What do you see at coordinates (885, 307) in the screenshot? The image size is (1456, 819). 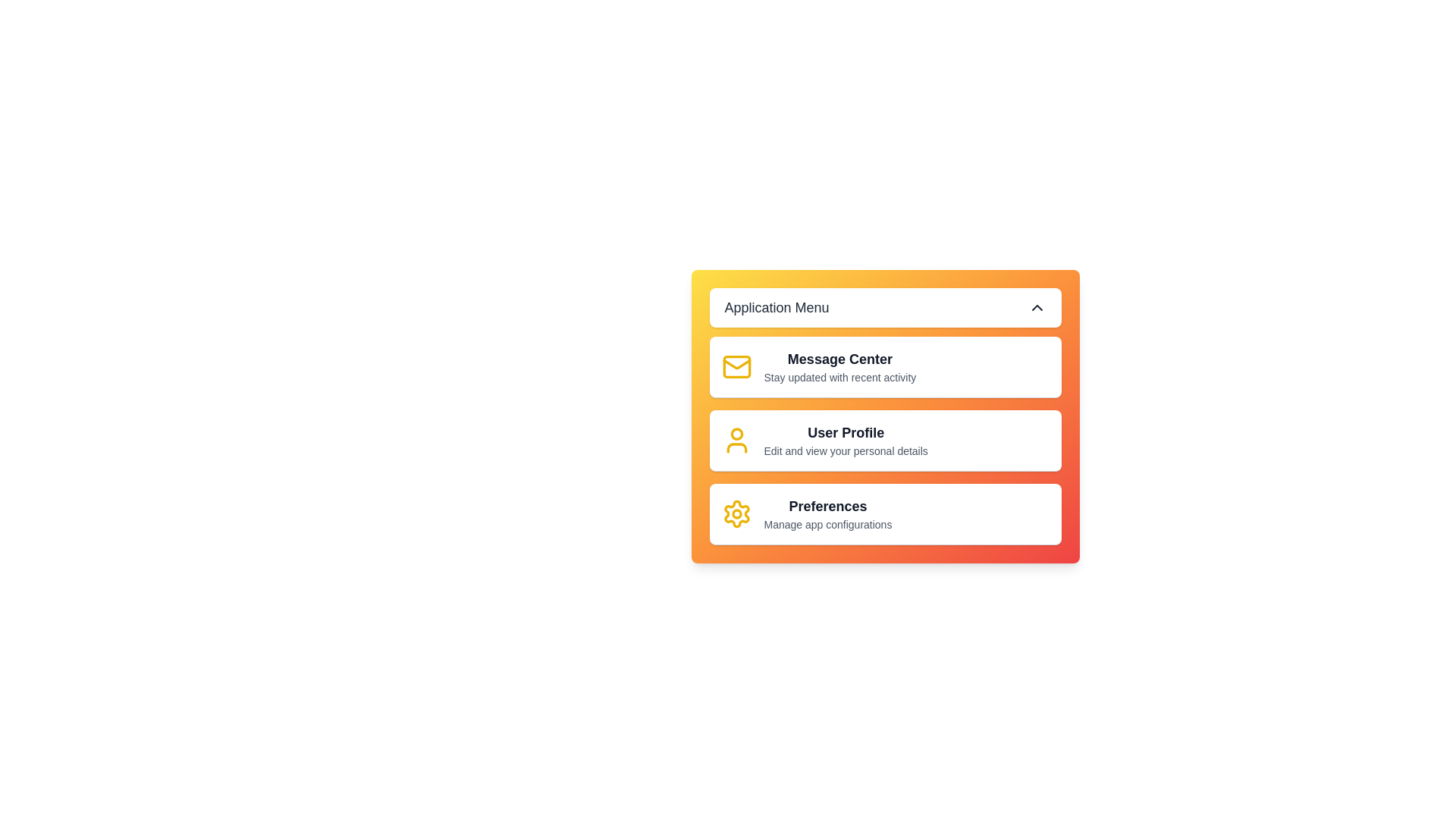 I see `the header button to toggle the menu visibility` at bounding box center [885, 307].